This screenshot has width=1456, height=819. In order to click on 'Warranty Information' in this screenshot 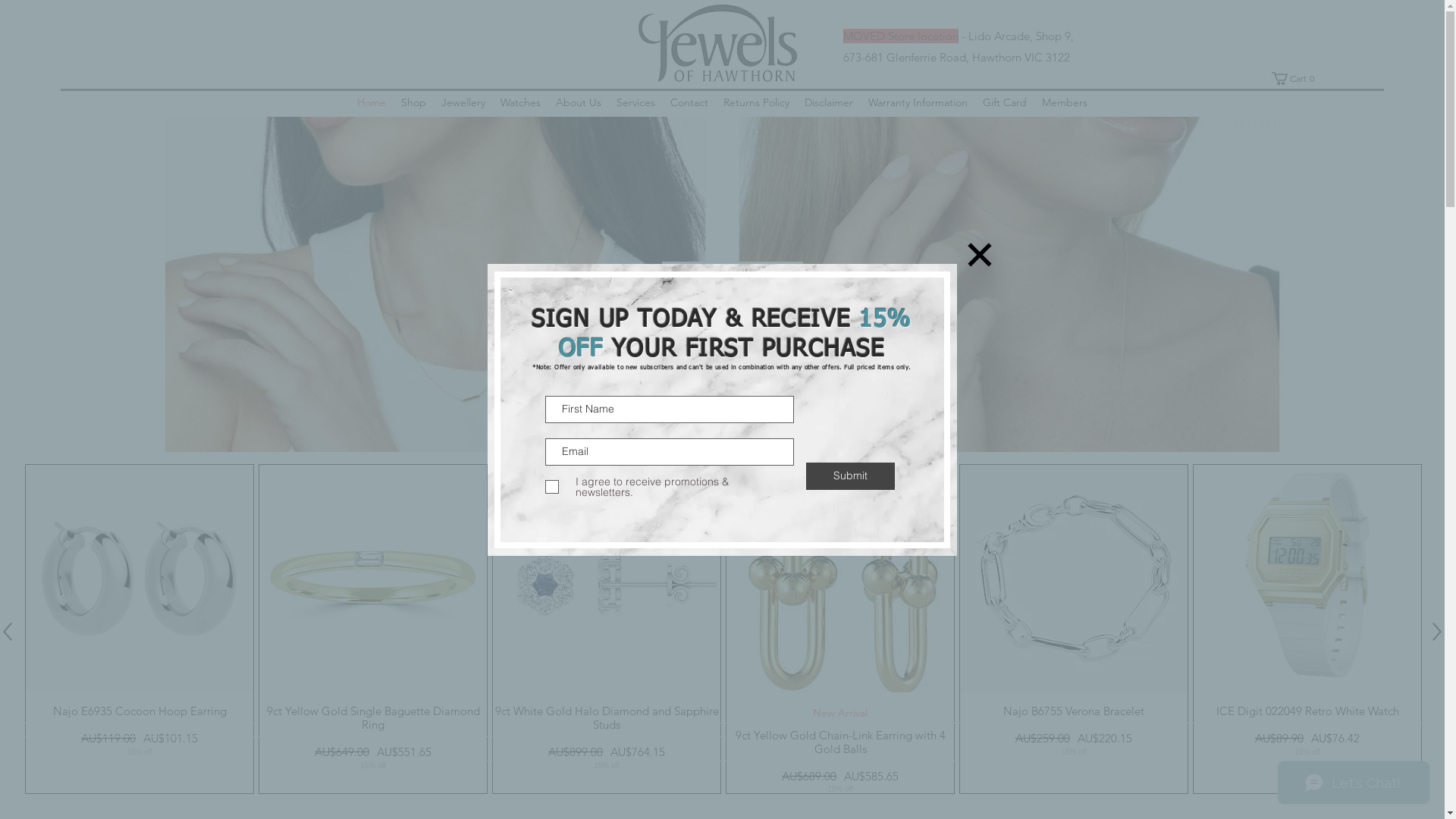, I will do `click(917, 102)`.